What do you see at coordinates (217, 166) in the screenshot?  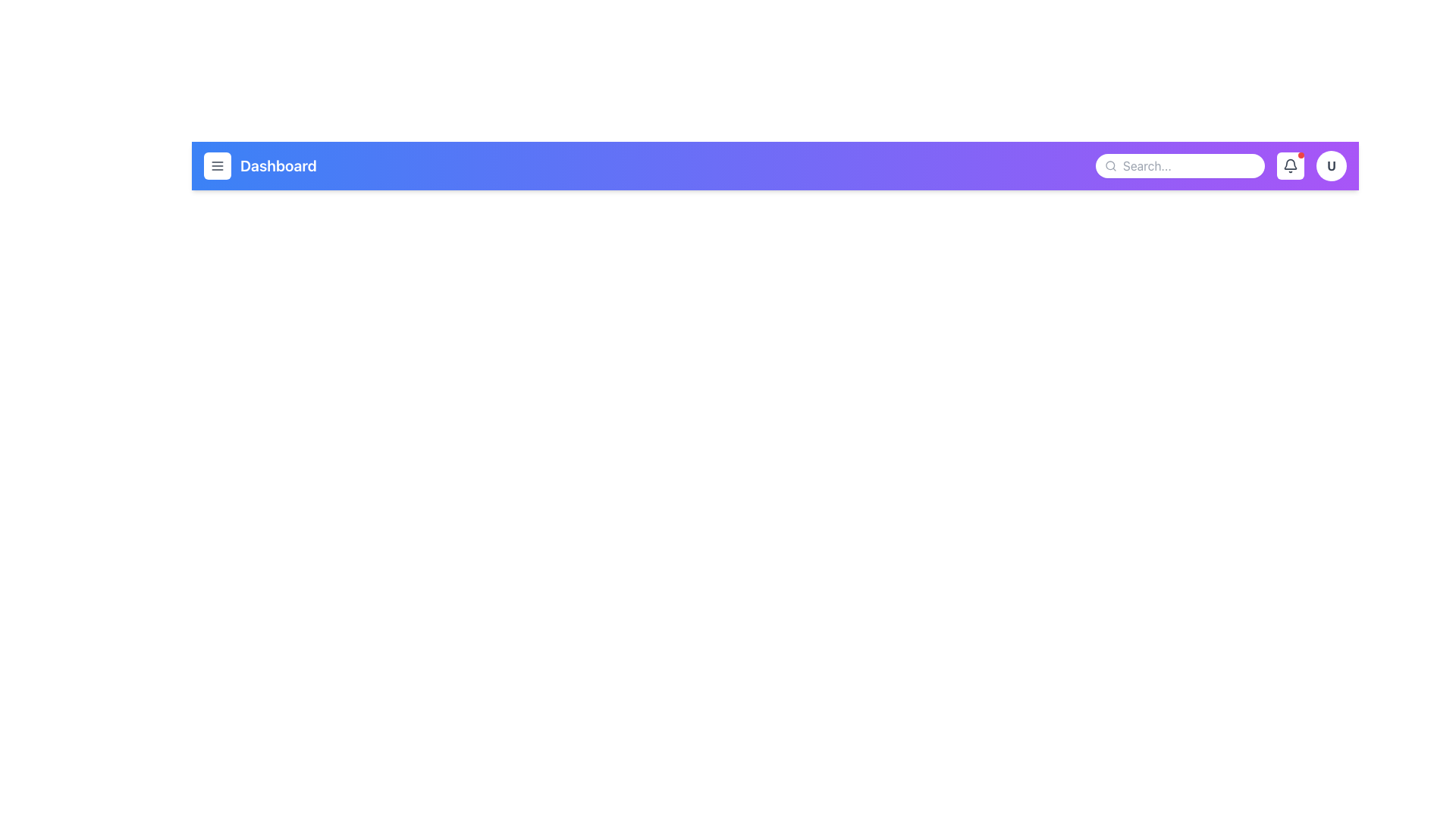 I see `the Hamburger Menu icon located to the left of the 'Dashboard' text at the top bar` at bounding box center [217, 166].